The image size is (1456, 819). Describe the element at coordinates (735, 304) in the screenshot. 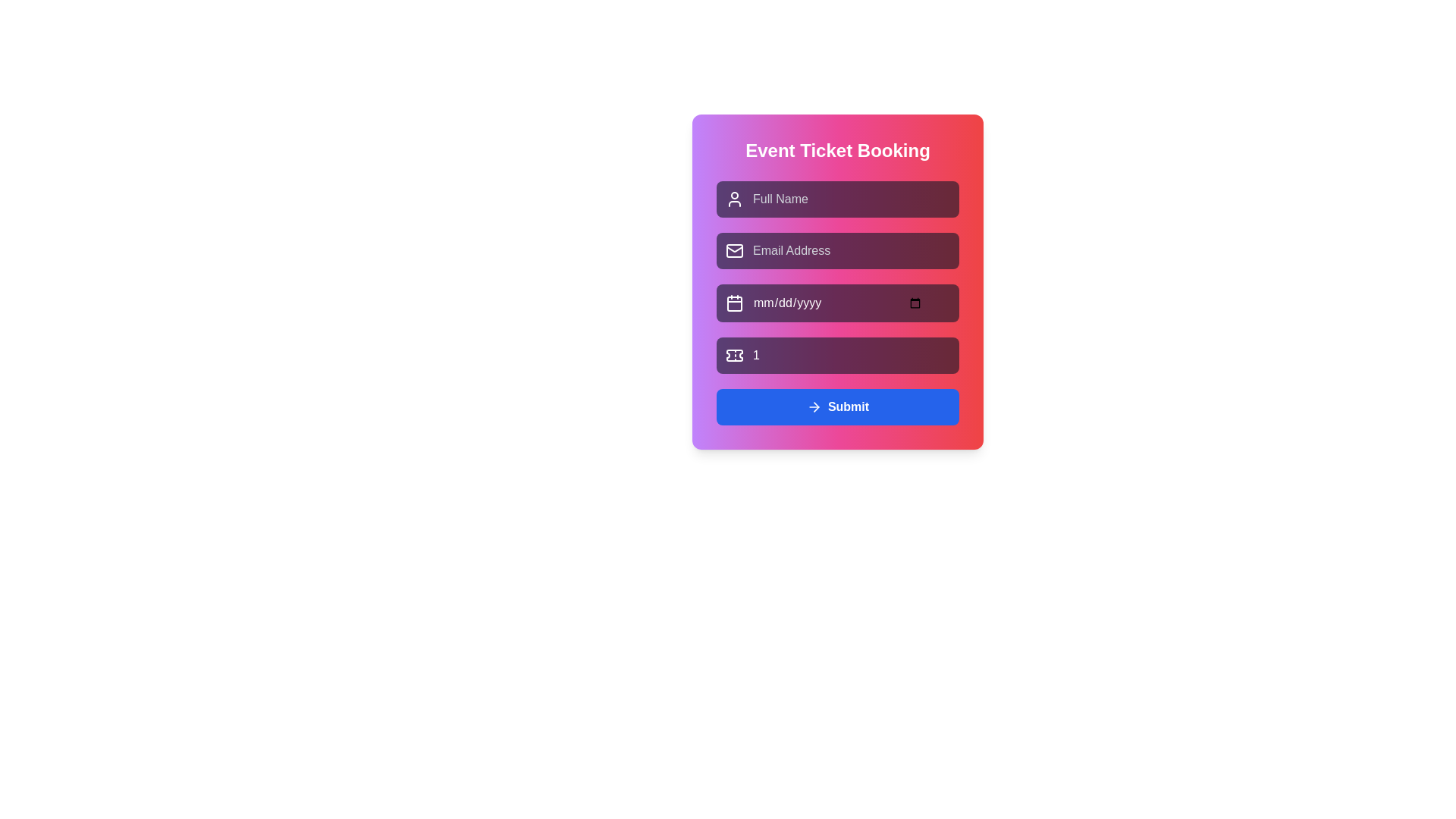

I see `the calendar icon located to the left of the date input box in the 'Event Ticket Booking' form` at that location.